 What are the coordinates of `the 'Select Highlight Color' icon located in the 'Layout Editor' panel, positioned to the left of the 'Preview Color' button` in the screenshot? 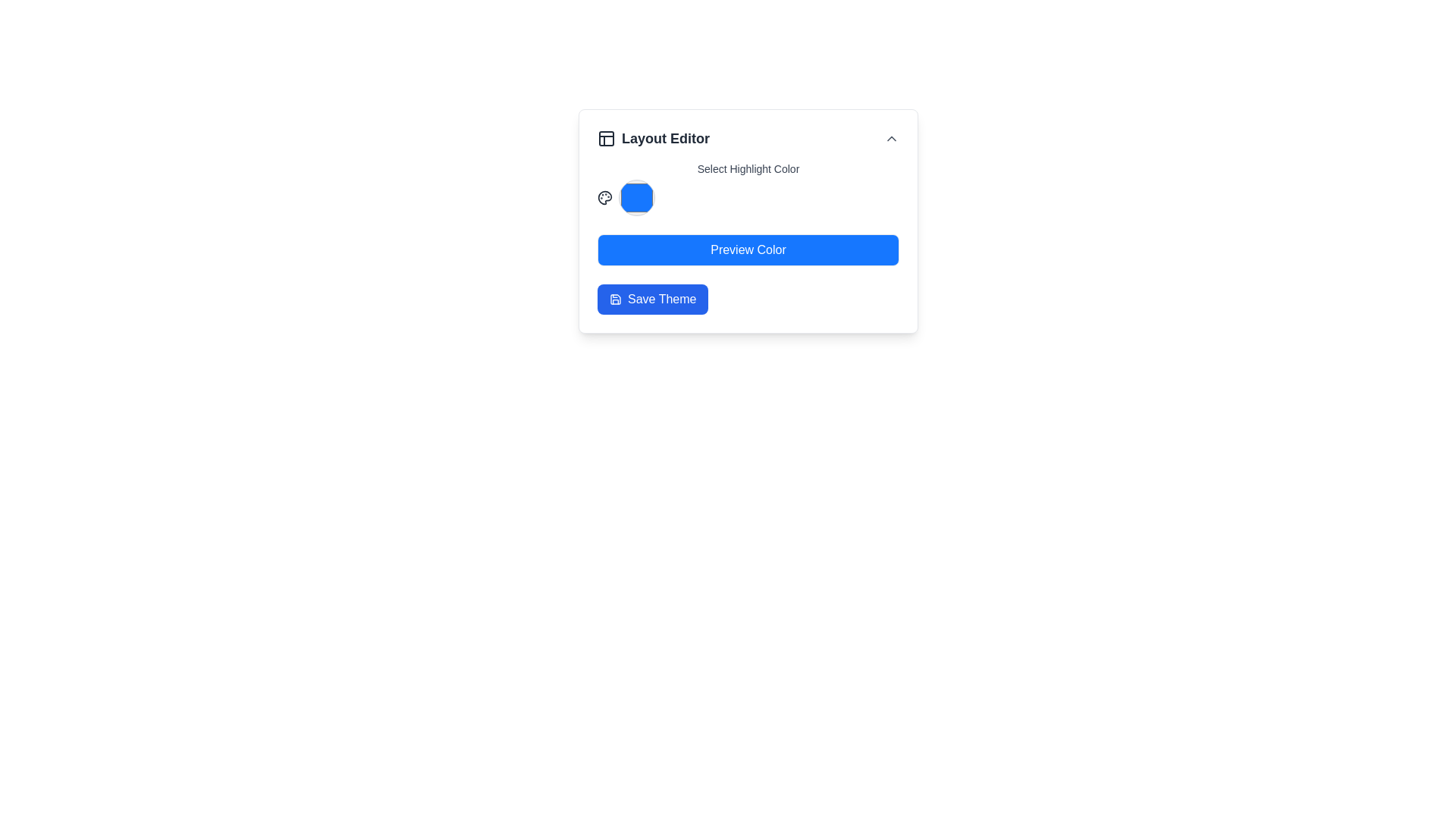 It's located at (604, 197).